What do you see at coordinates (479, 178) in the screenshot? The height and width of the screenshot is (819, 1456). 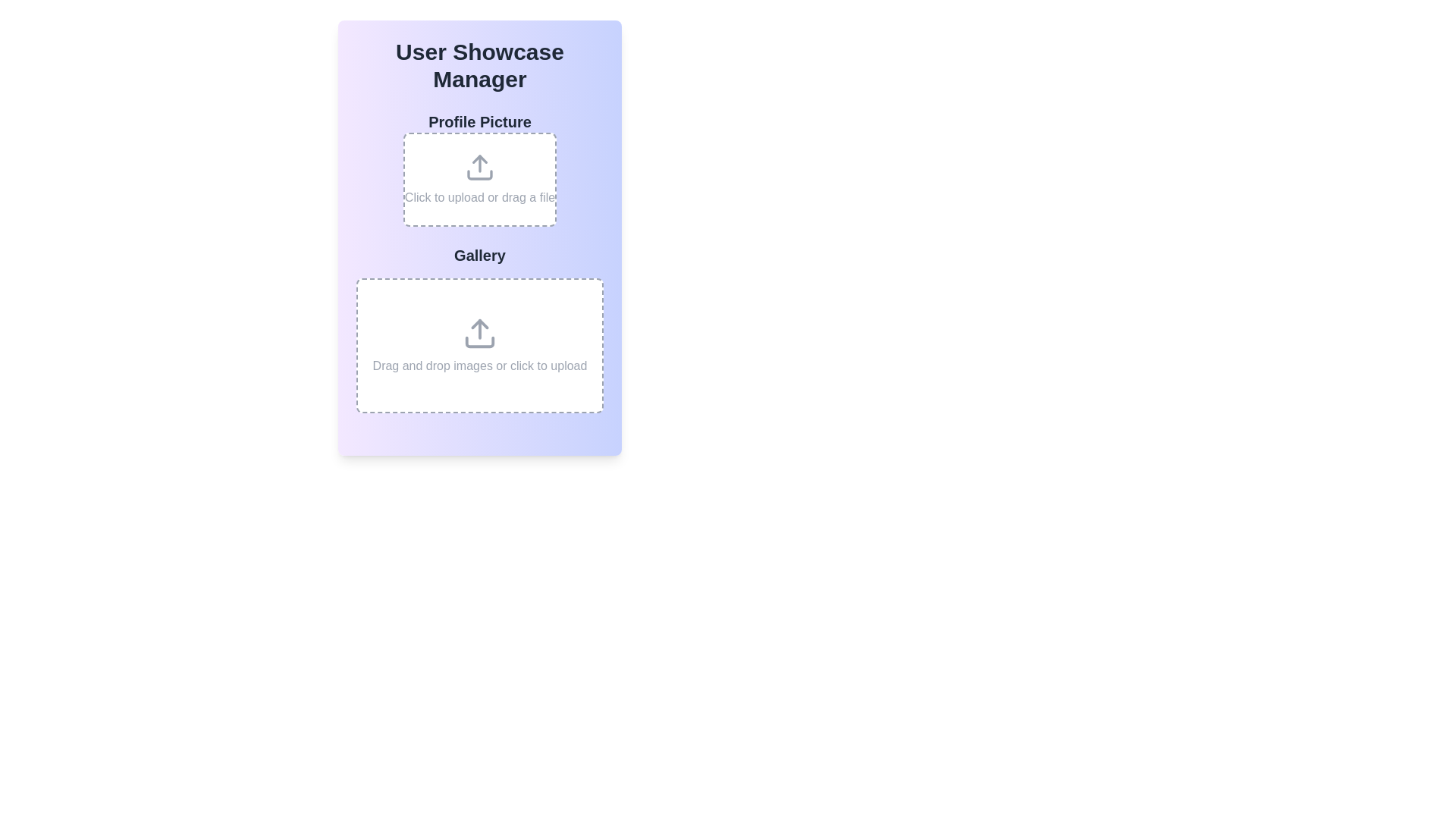 I see `and drop a file` at bounding box center [479, 178].